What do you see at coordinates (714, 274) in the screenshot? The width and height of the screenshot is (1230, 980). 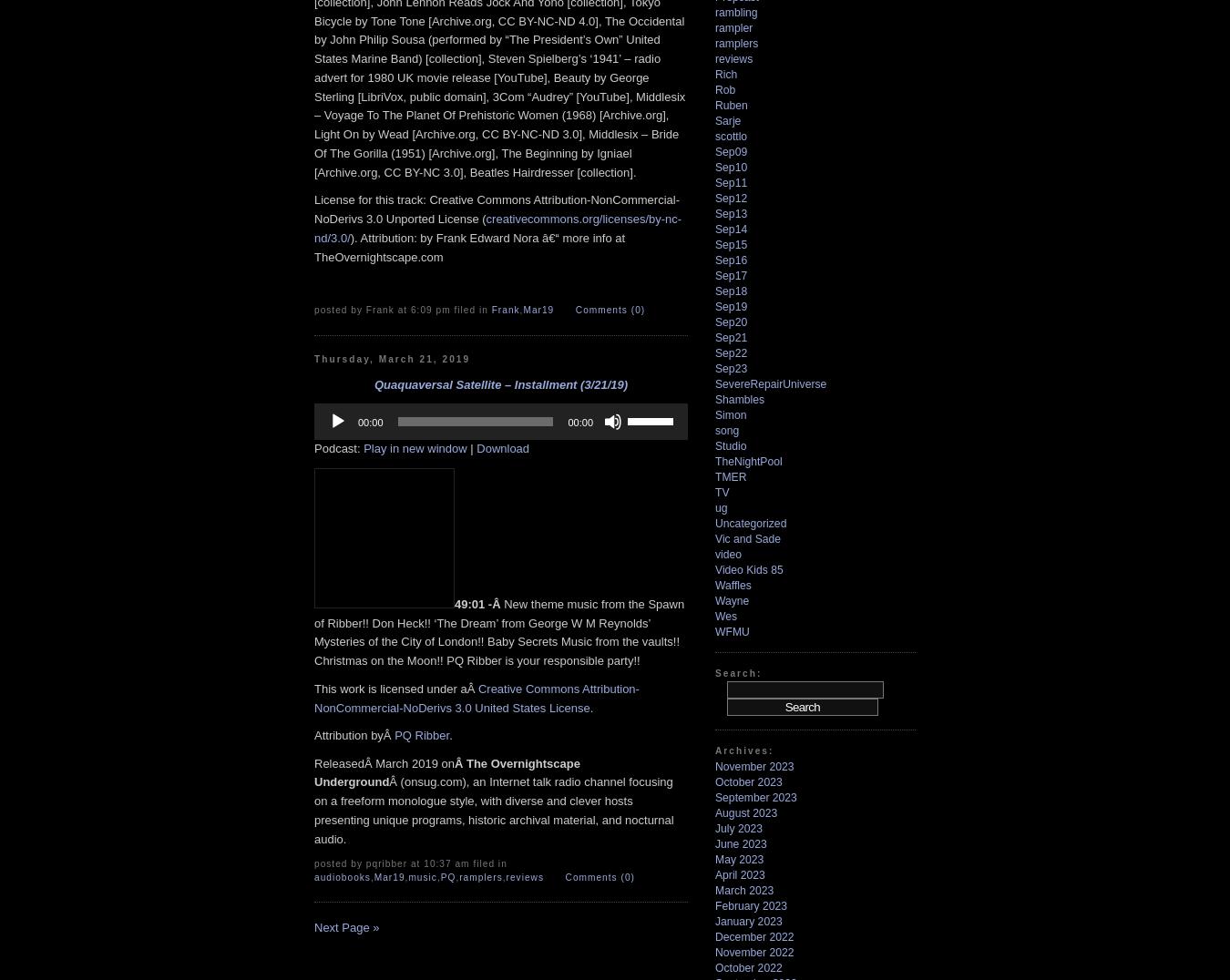 I see `'Sep17'` at bounding box center [714, 274].